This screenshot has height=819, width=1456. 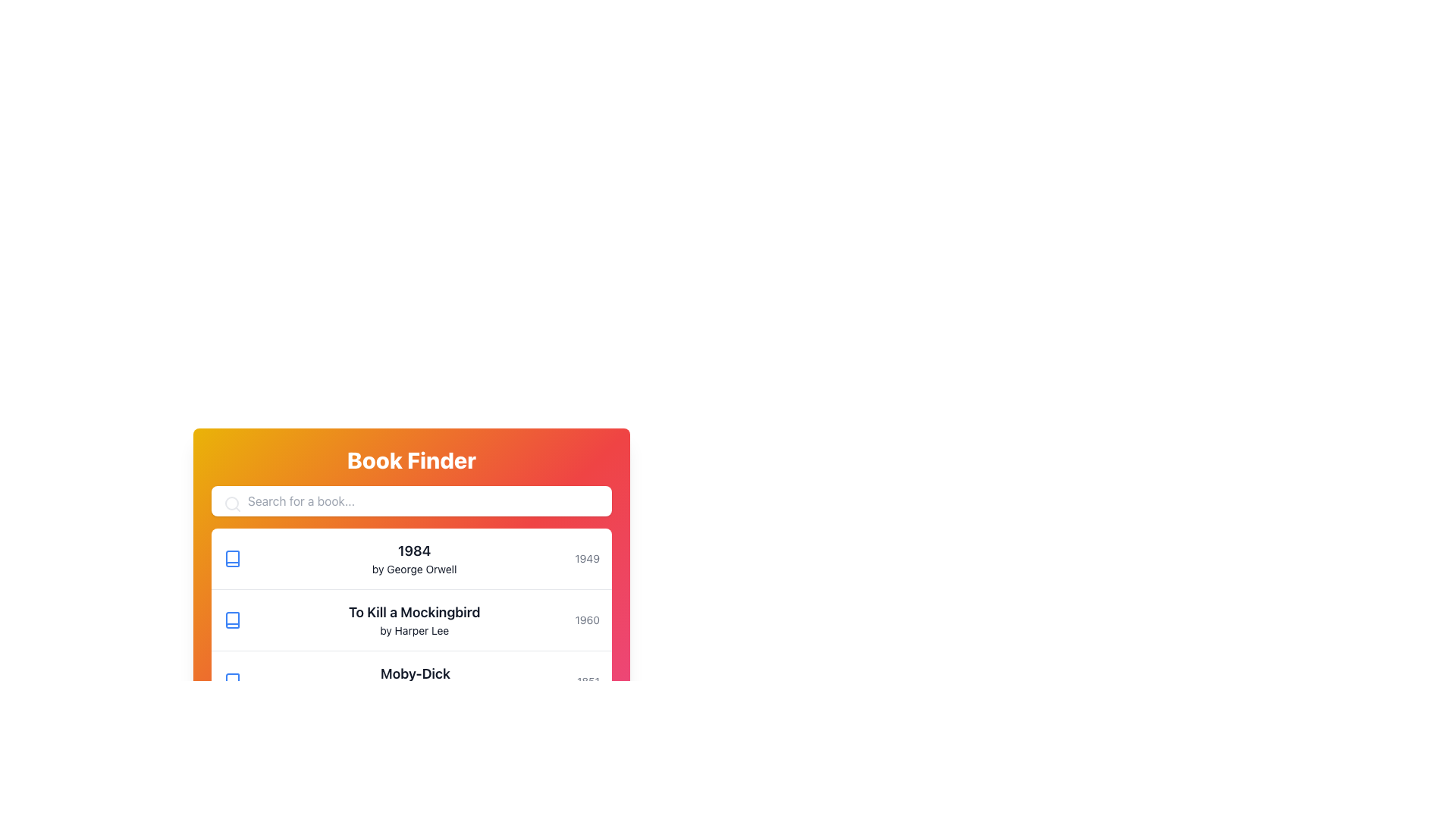 What do you see at coordinates (232, 558) in the screenshot?
I see `the compact blue book icon with a thin outline, located to the left of the title '1984' in the list item` at bounding box center [232, 558].